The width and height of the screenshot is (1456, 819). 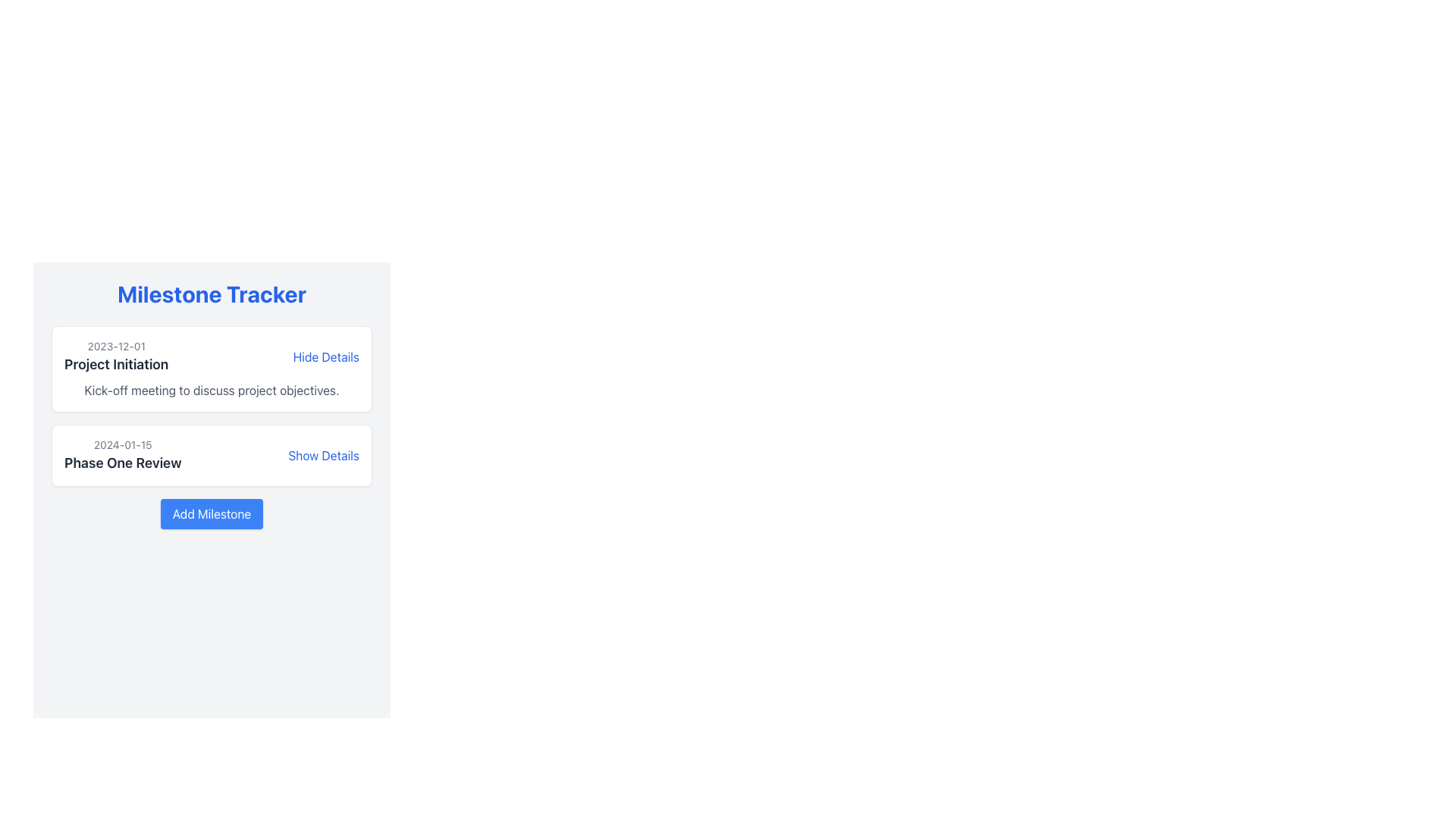 What do you see at coordinates (323, 455) in the screenshot?
I see `the 'Show Details' text link, which is styled in blue with an underlined hover effect, located in the second prominent block to the right of the 'Phase One Review' title` at bounding box center [323, 455].